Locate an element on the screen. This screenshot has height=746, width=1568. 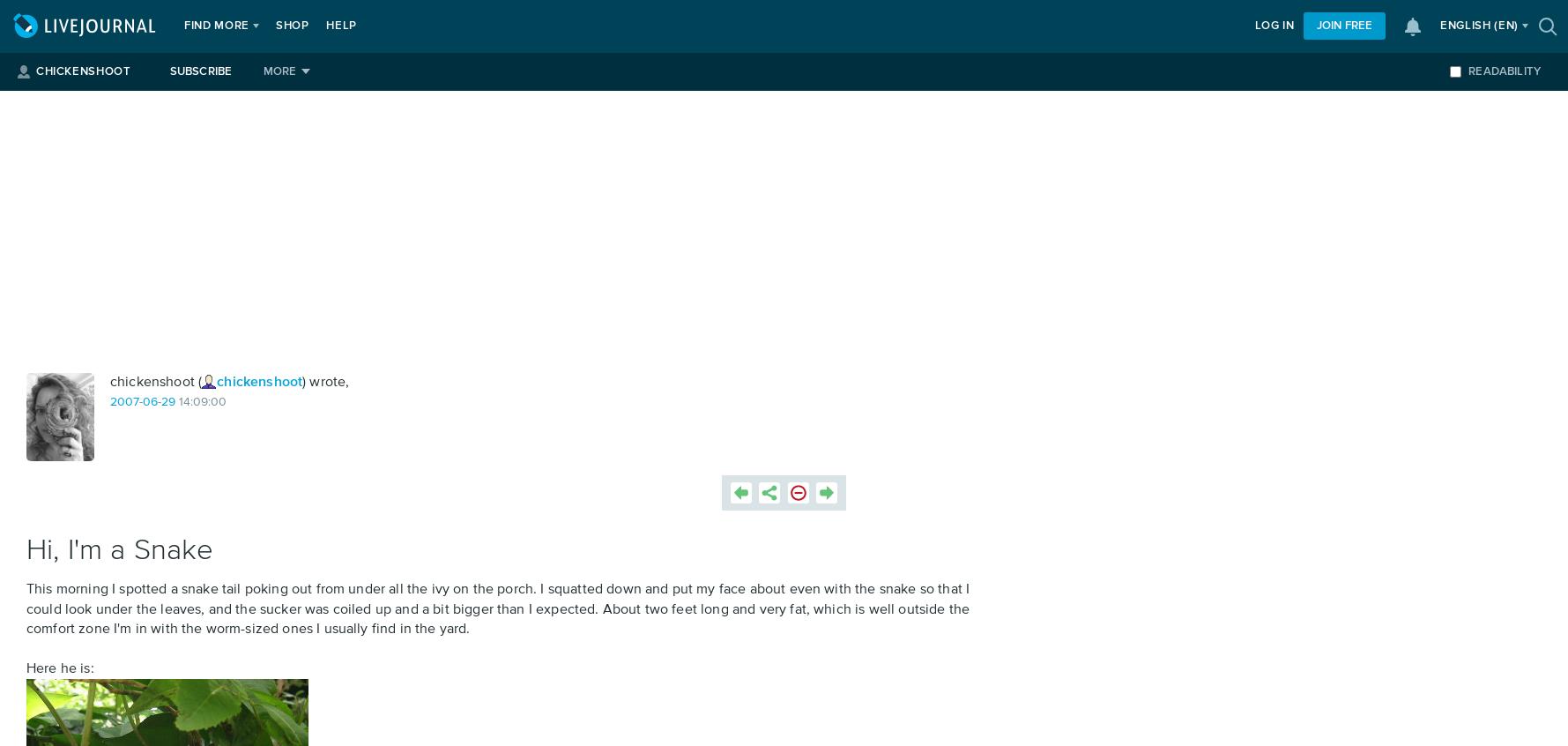
'More' is located at coordinates (264, 71).